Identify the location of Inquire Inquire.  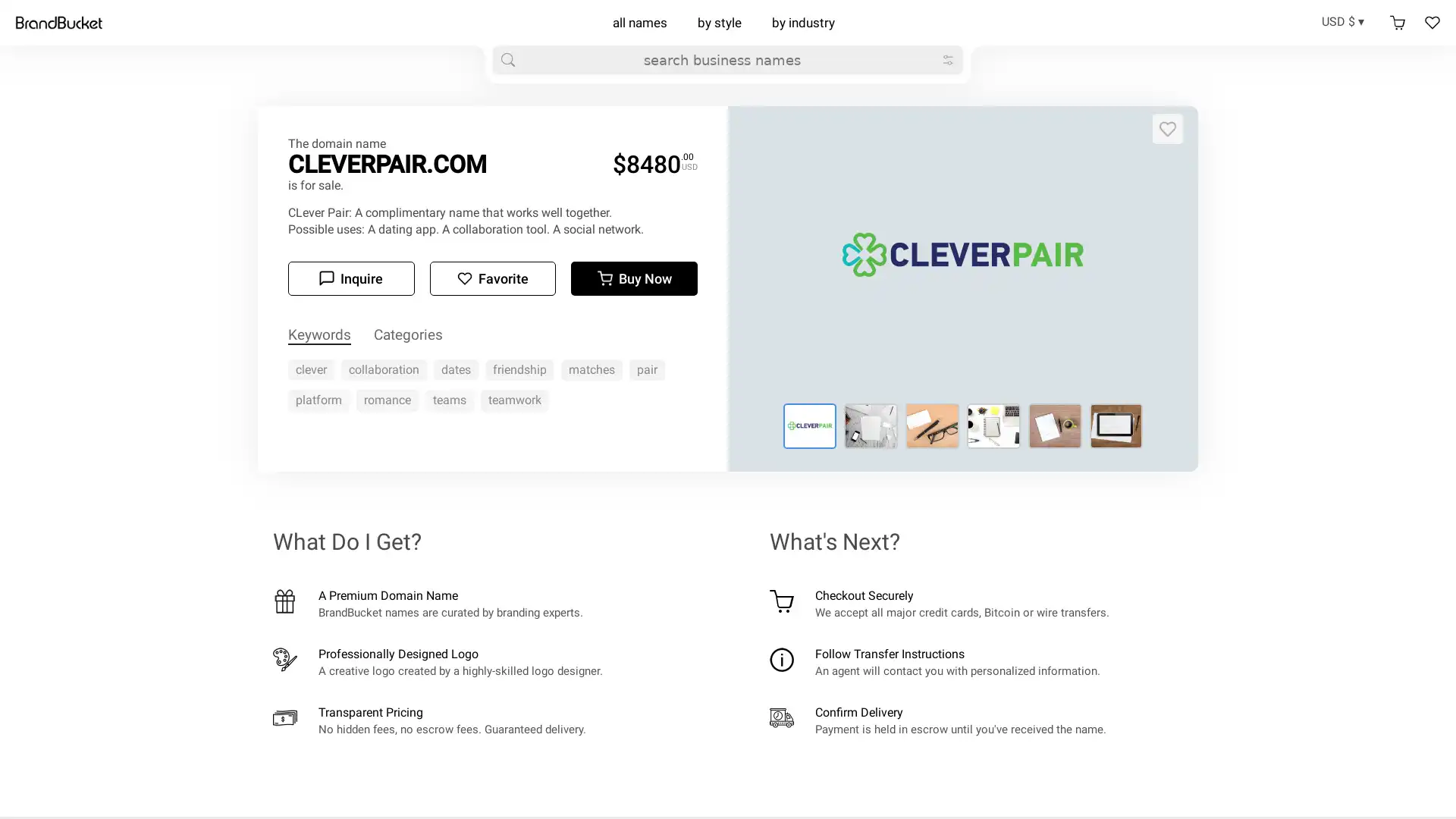
(350, 278).